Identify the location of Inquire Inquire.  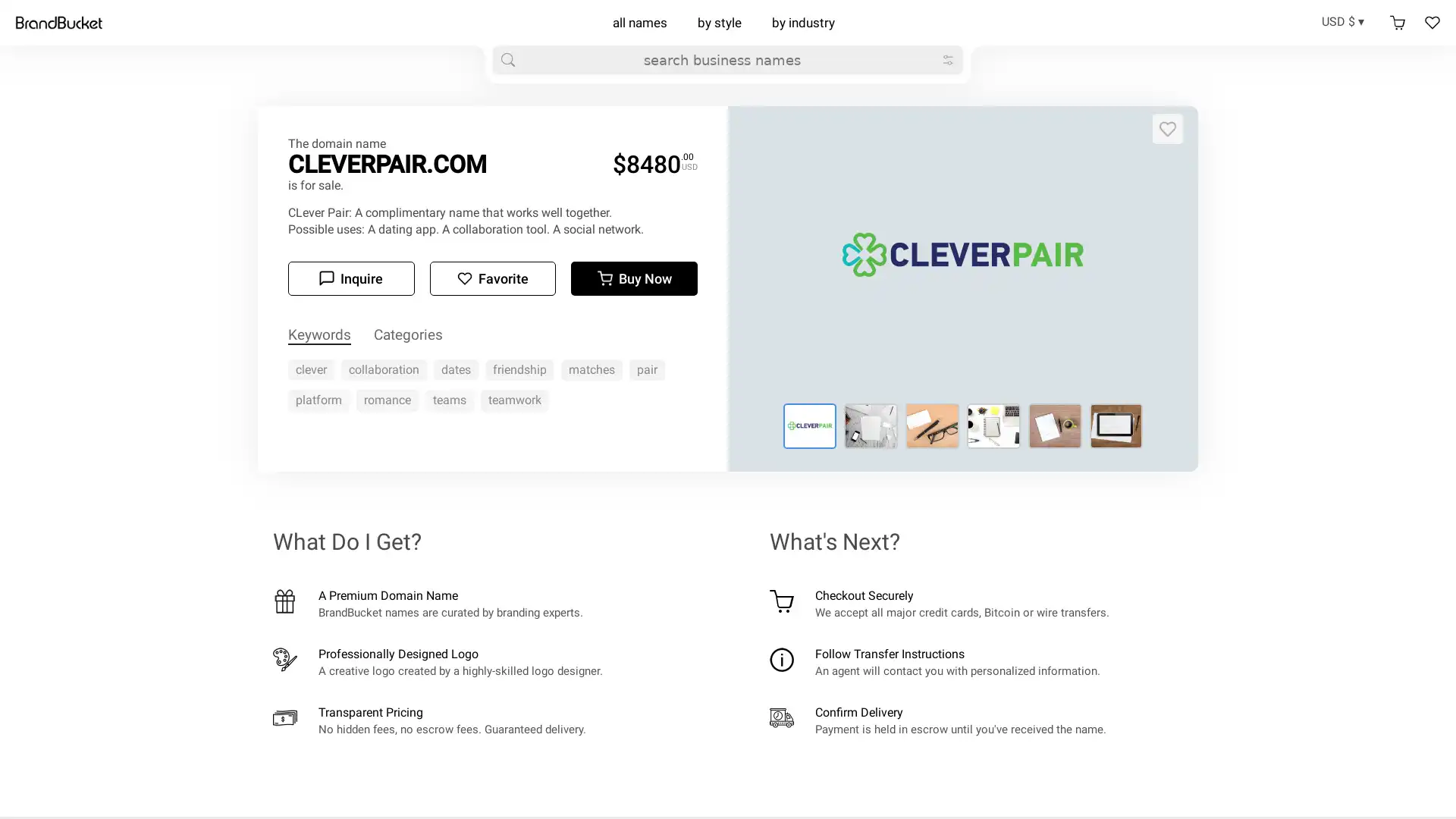
(350, 278).